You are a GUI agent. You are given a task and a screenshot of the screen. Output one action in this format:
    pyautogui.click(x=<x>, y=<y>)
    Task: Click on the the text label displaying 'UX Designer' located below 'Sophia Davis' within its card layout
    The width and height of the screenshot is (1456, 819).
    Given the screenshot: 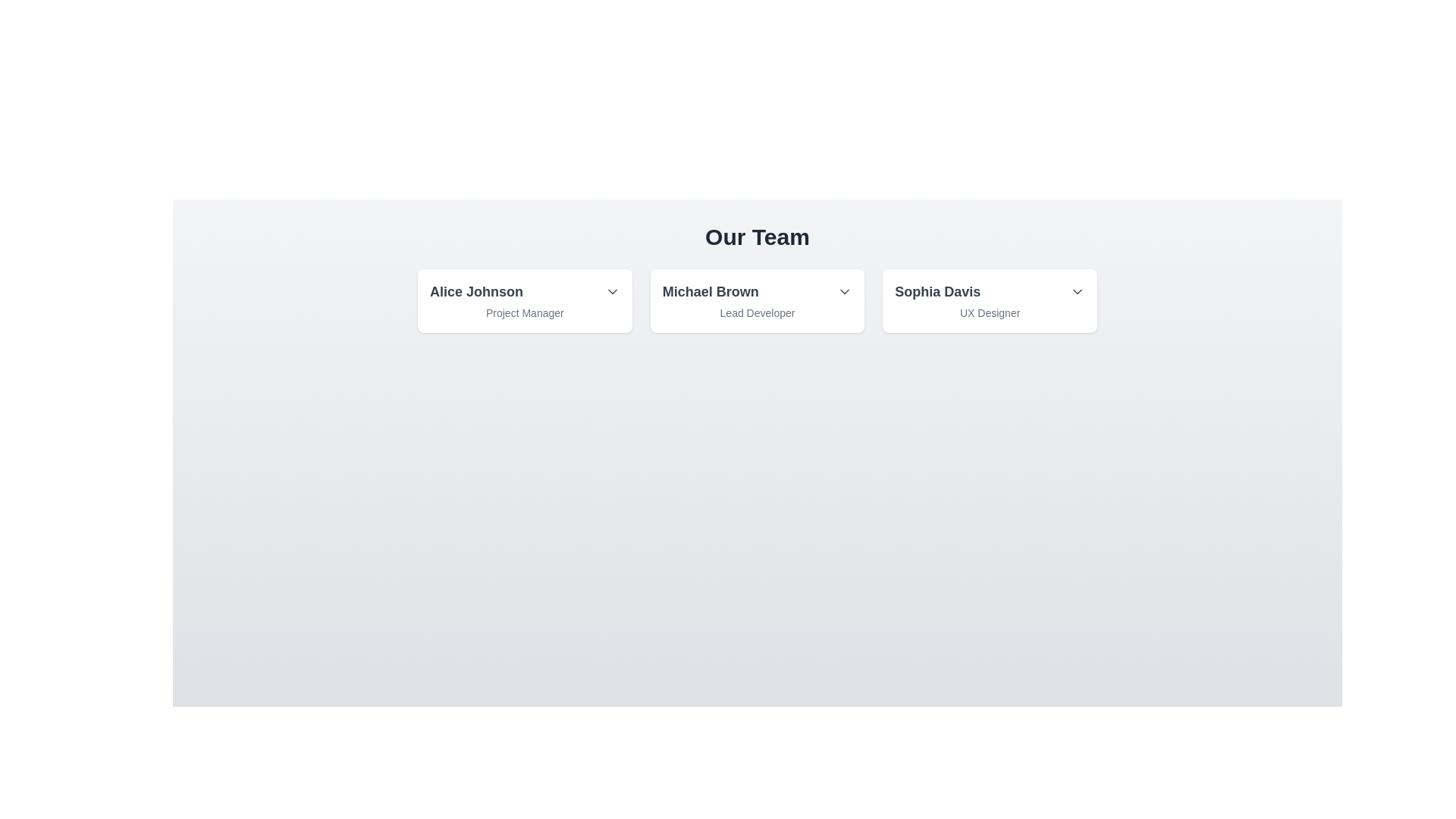 What is the action you would take?
    pyautogui.click(x=990, y=312)
    